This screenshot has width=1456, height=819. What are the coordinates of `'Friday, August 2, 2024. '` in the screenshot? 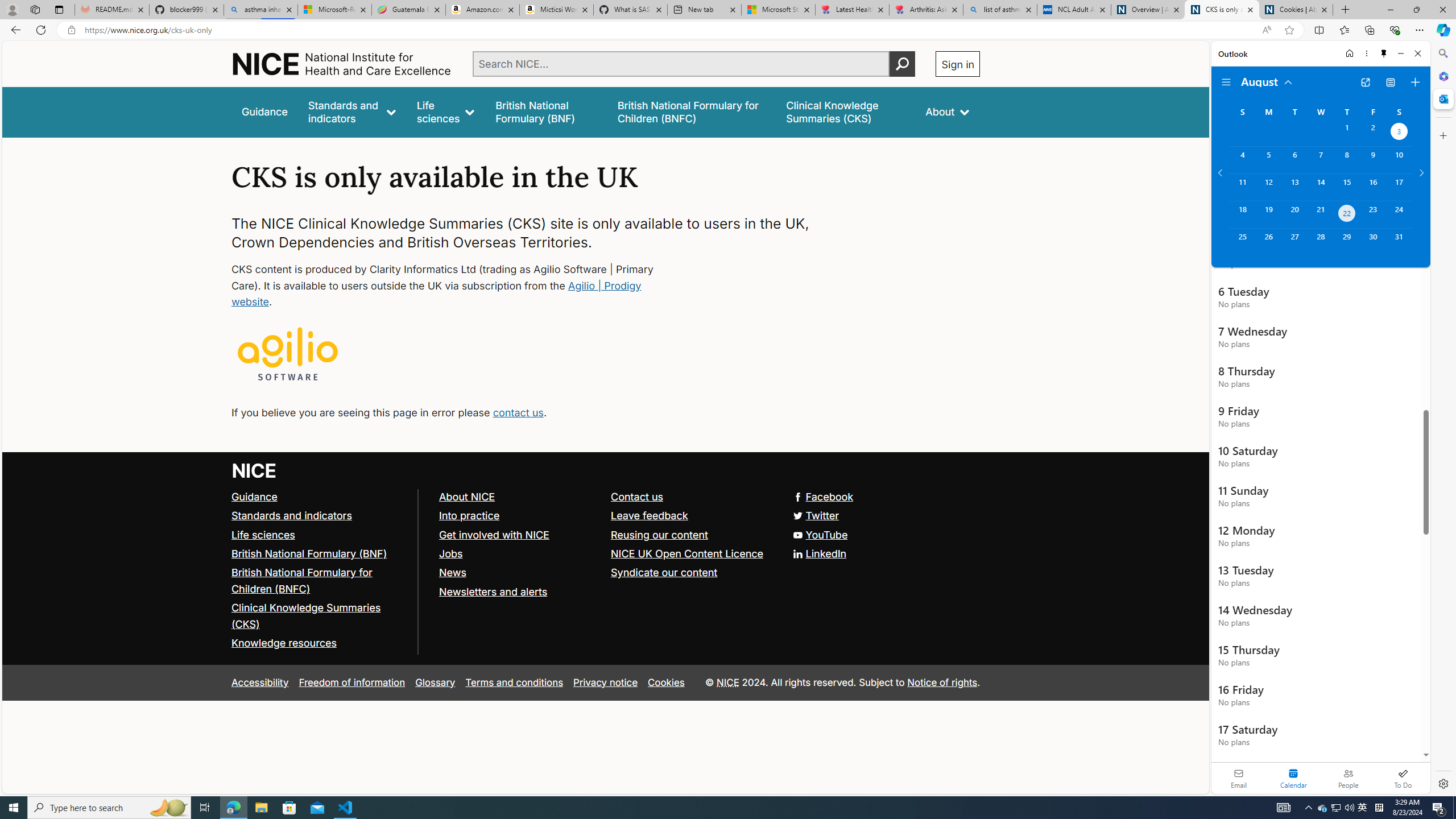 It's located at (1372, 133).